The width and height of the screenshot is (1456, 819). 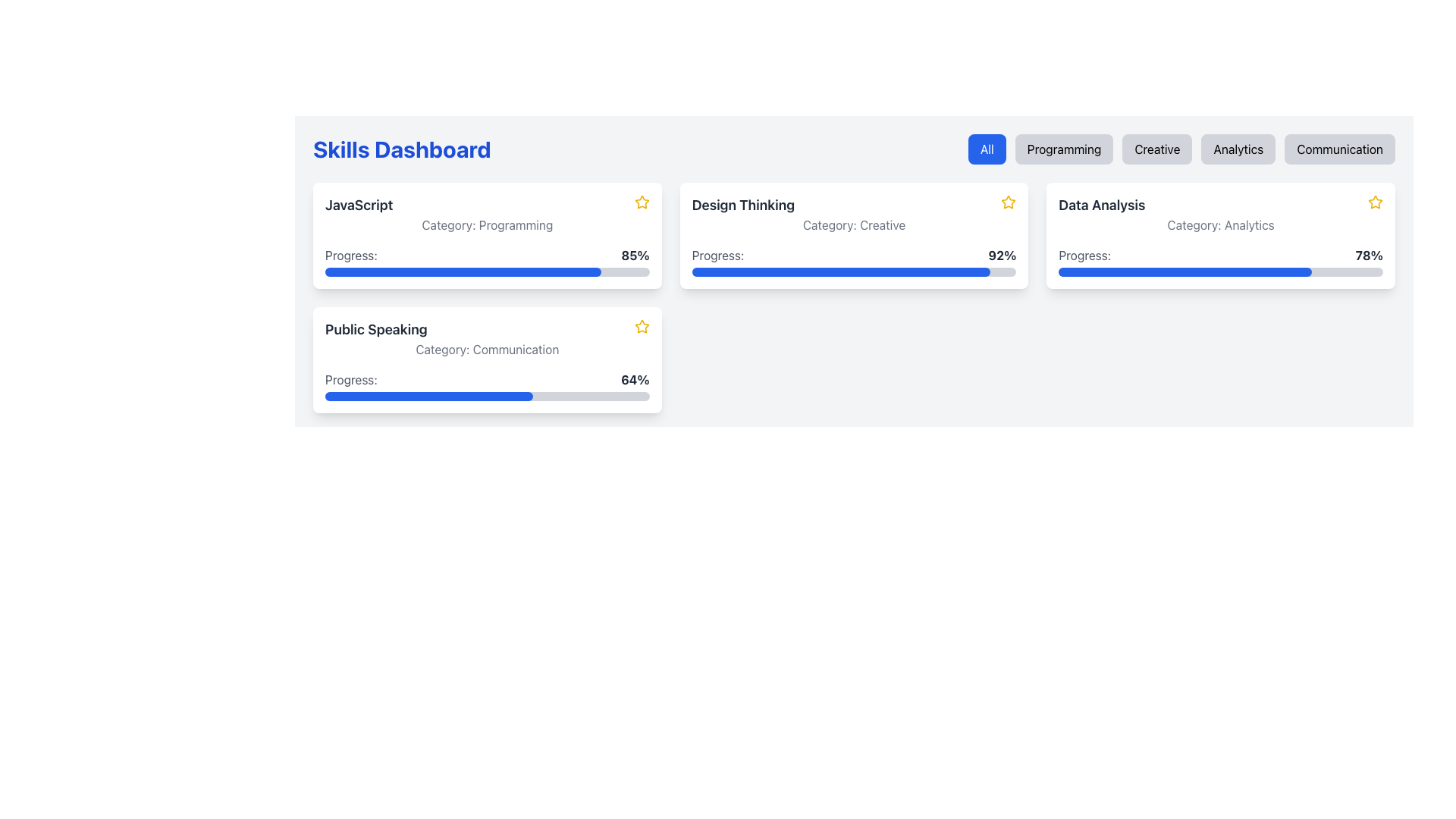 What do you see at coordinates (1008, 201) in the screenshot?
I see `the star icon located in the top-right corner of the 'Design Thinking' card` at bounding box center [1008, 201].